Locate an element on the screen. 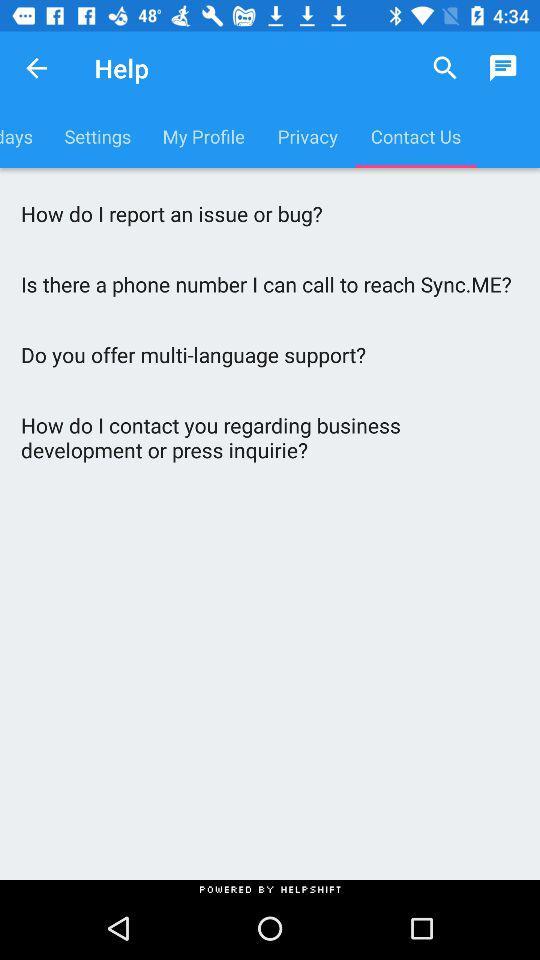  item to the right of the privacy item is located at coordinates (445, 68).